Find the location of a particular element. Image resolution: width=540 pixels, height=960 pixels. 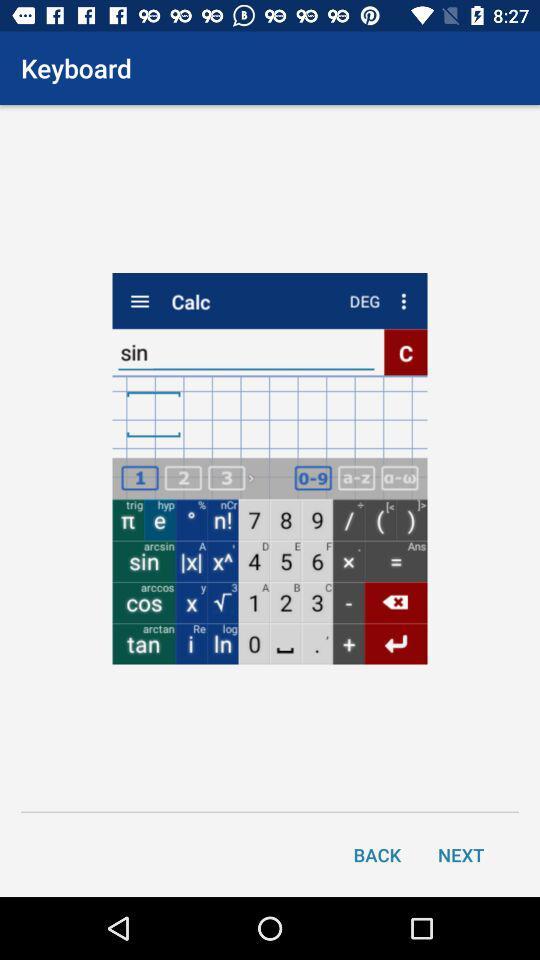

the next icon is located at coordinates (461, 853).